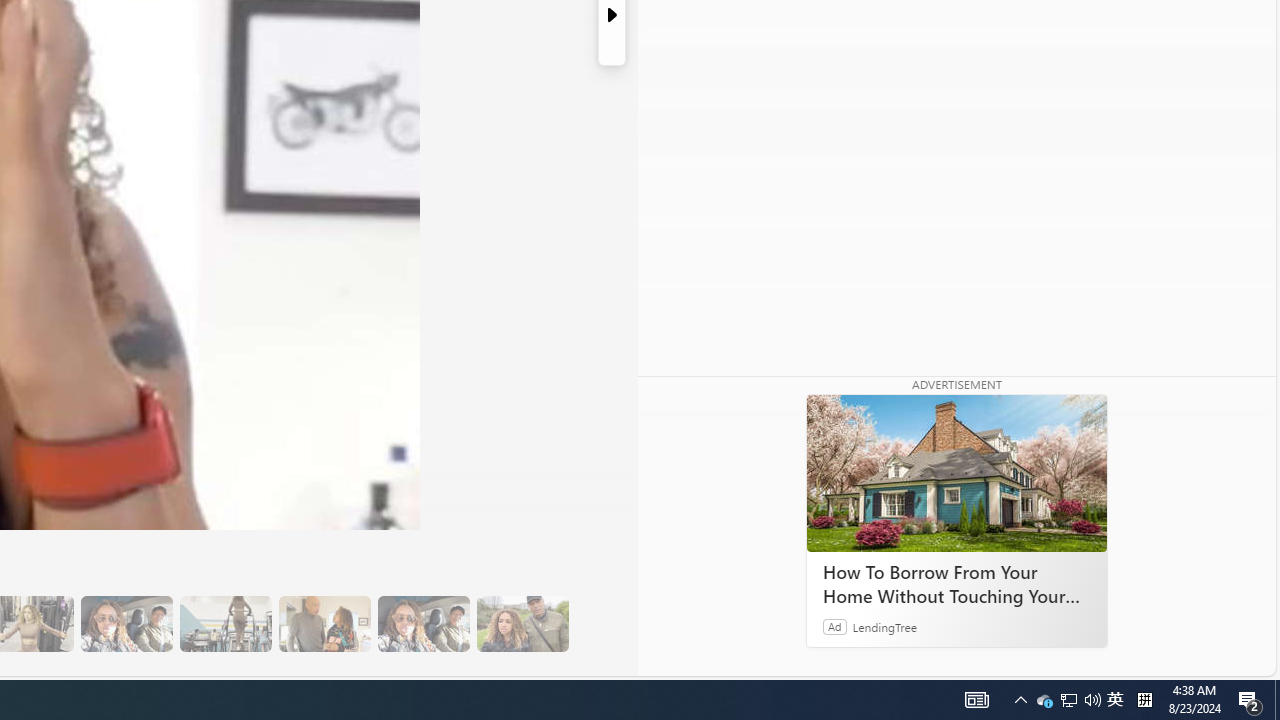 Image resolution: width=1280 pixels, height=720 pixels. What do you see at coordinates (522, 623) in the screenshot?
I see `'20 Overall, It Will Improve Your Health'` at bounding box center [522, 623].